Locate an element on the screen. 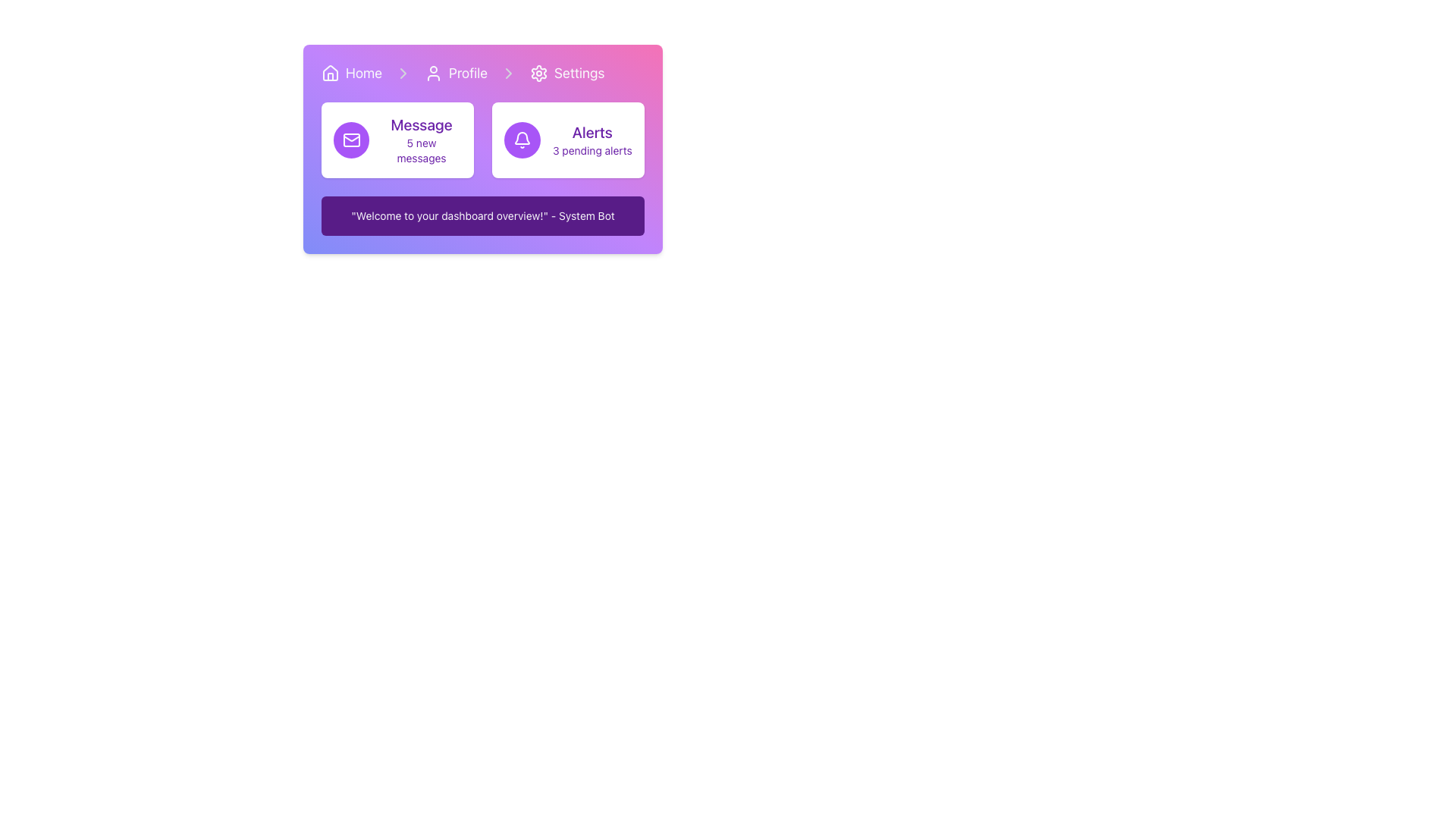 The height and width of the screenshot is (819, 1456). the 'Profile' navigation link is located at coordinates (455, 73).